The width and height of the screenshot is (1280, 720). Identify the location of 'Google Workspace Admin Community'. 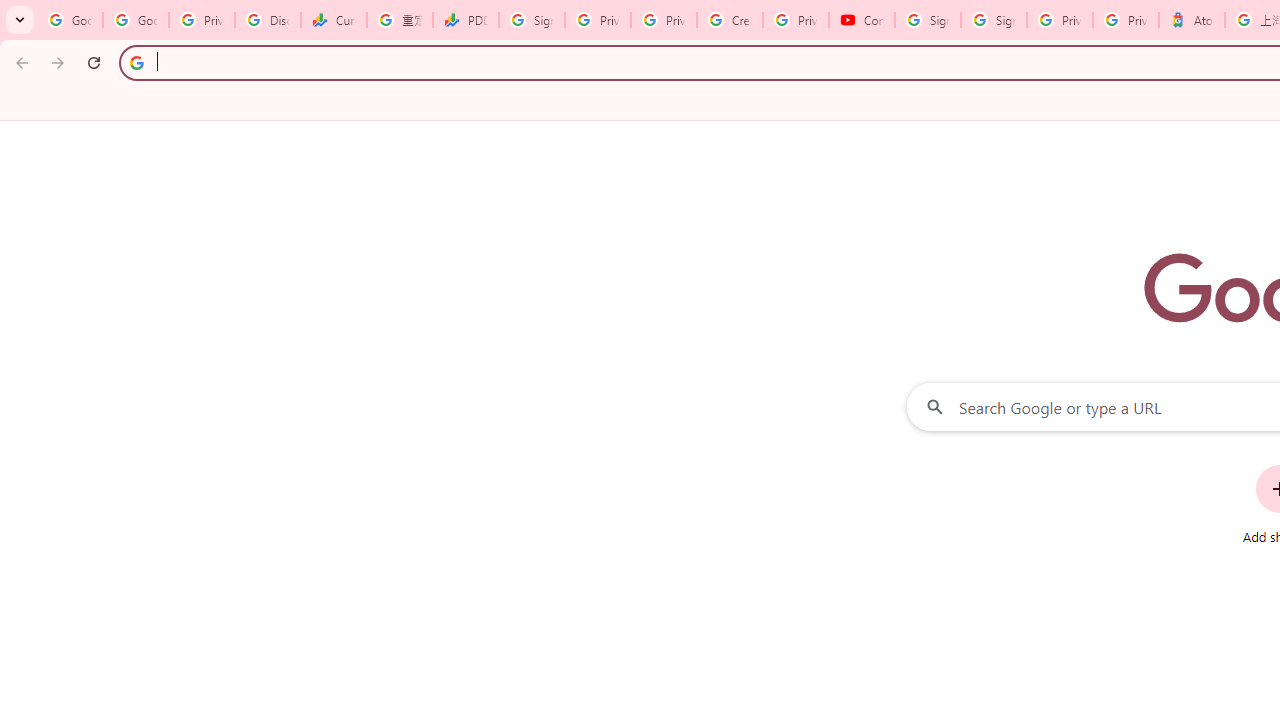
(70, 20).